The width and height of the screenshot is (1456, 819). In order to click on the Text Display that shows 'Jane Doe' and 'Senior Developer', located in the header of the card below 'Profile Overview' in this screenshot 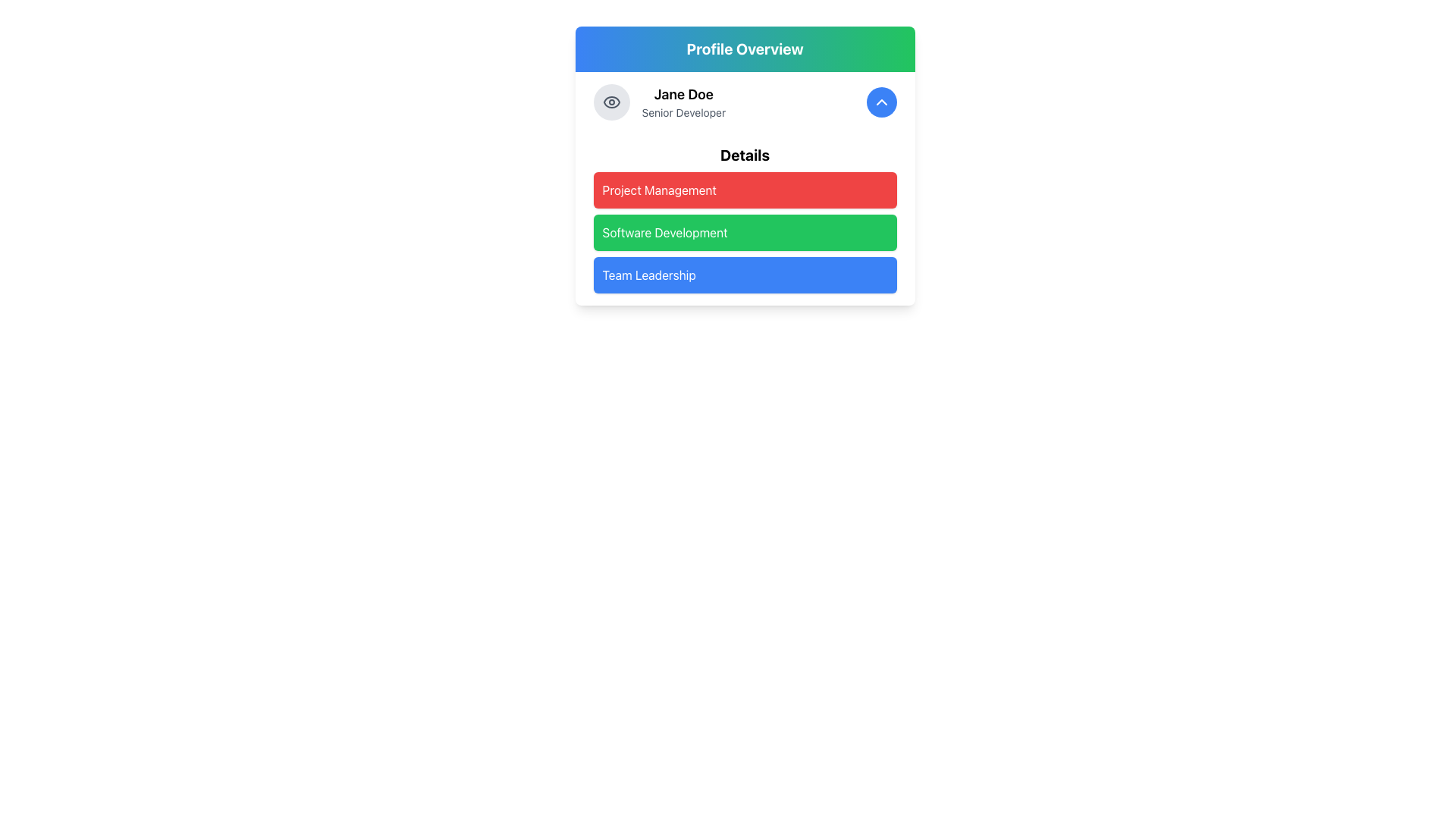, I will do `click(682, 102)`.